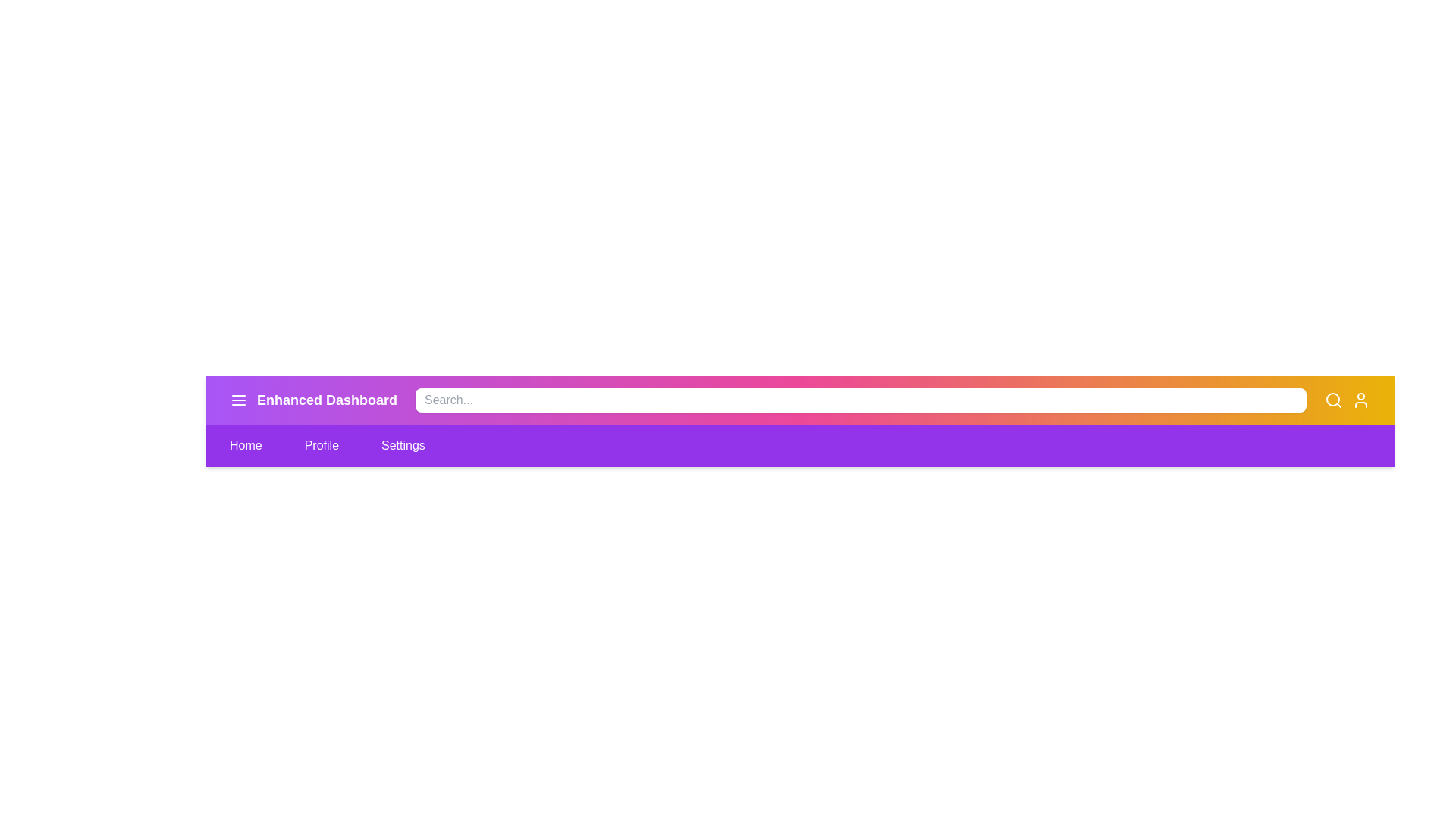  Describe the element at coordinates (1361, 400) in the screenshot. I see `the user profile icon to interact with the user profile` at that location.